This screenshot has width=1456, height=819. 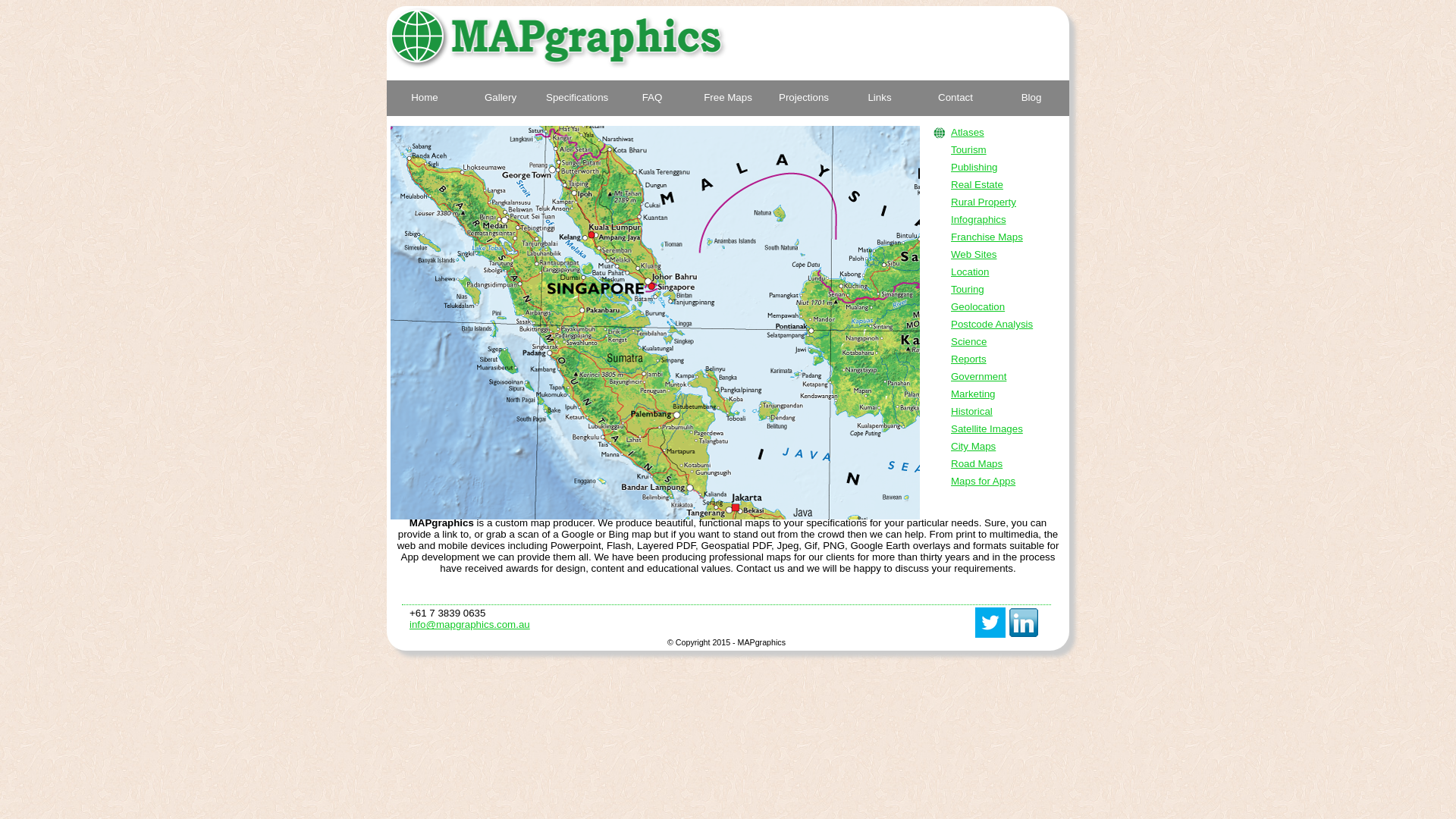 I want to click on 'Satellite Images', so click(x=987, y=428).